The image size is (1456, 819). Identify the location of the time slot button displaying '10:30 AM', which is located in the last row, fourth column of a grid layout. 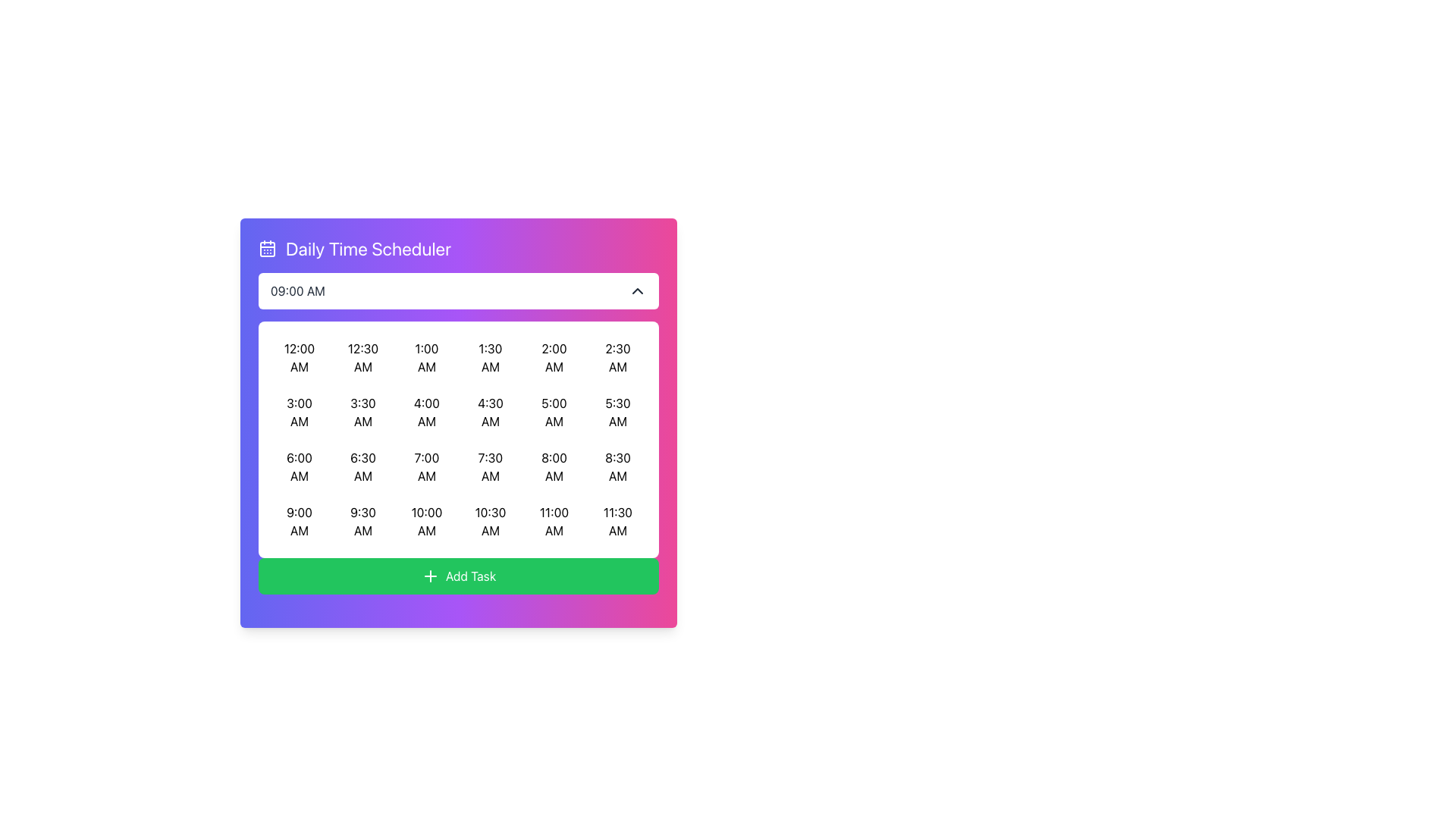
(491, 520).